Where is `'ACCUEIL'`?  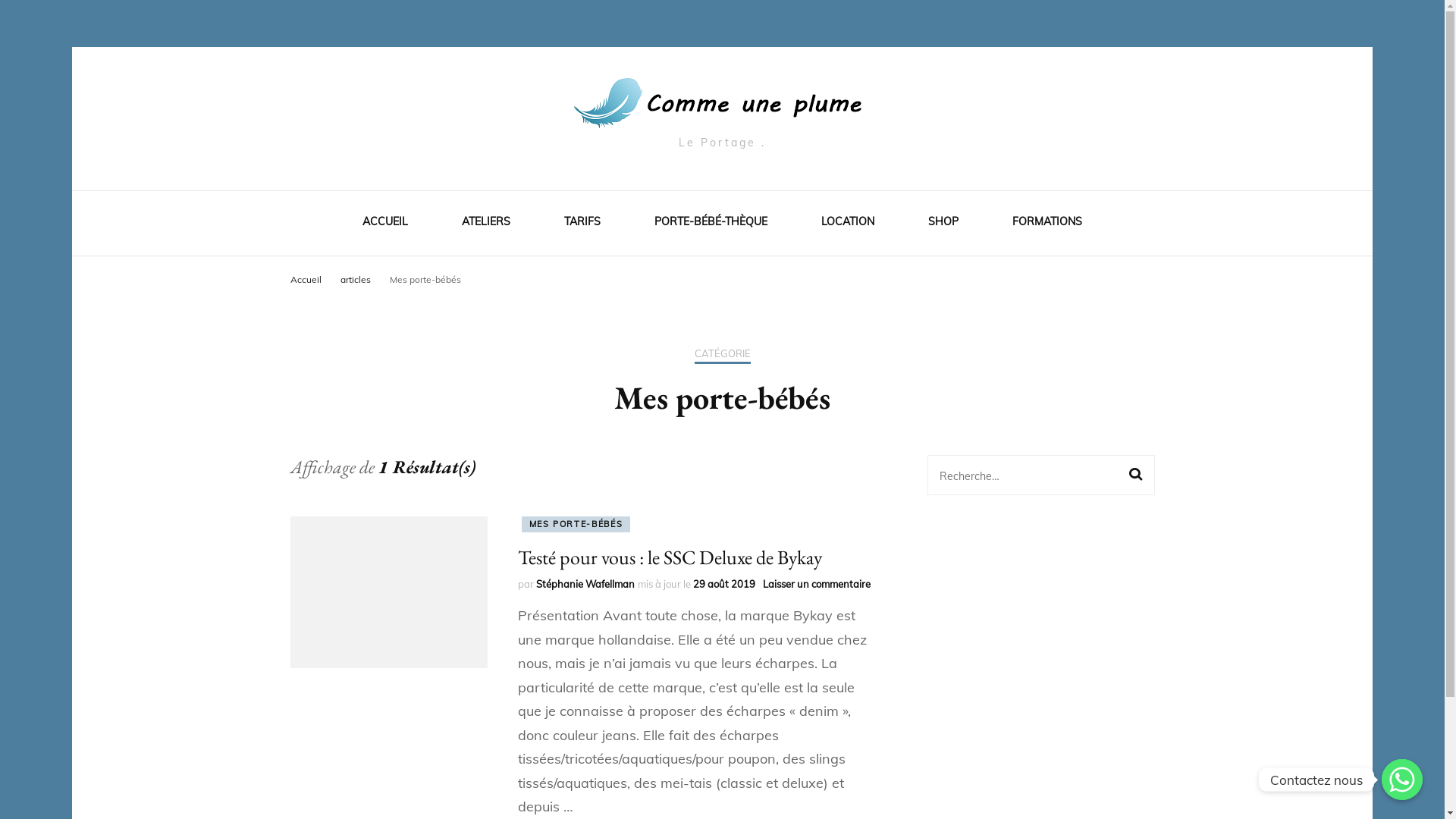 'ACCUEIL' is located at coordinates (385, 224).